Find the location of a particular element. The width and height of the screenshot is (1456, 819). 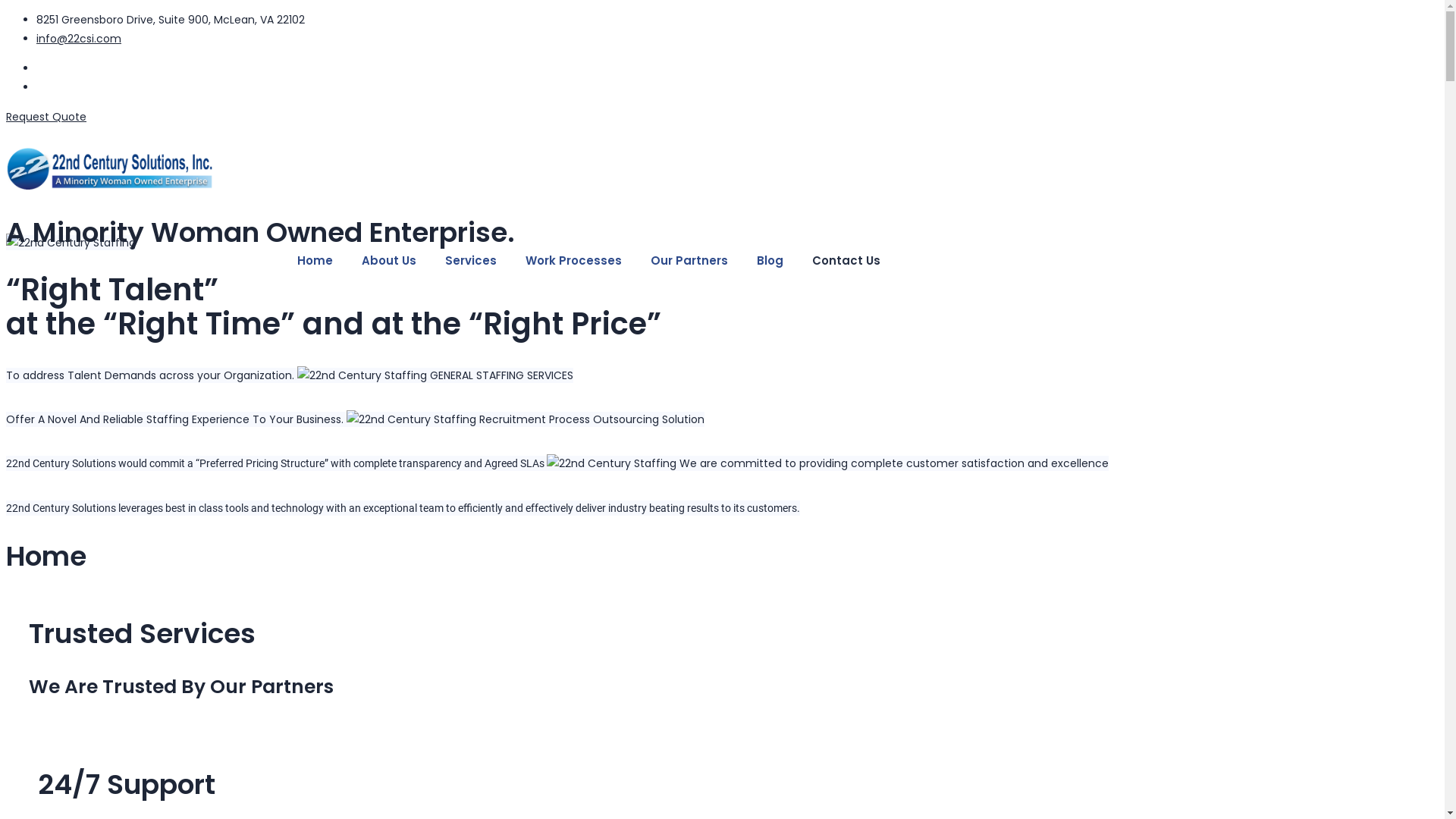

'Work Processes' is located at coordinates (573, 259).